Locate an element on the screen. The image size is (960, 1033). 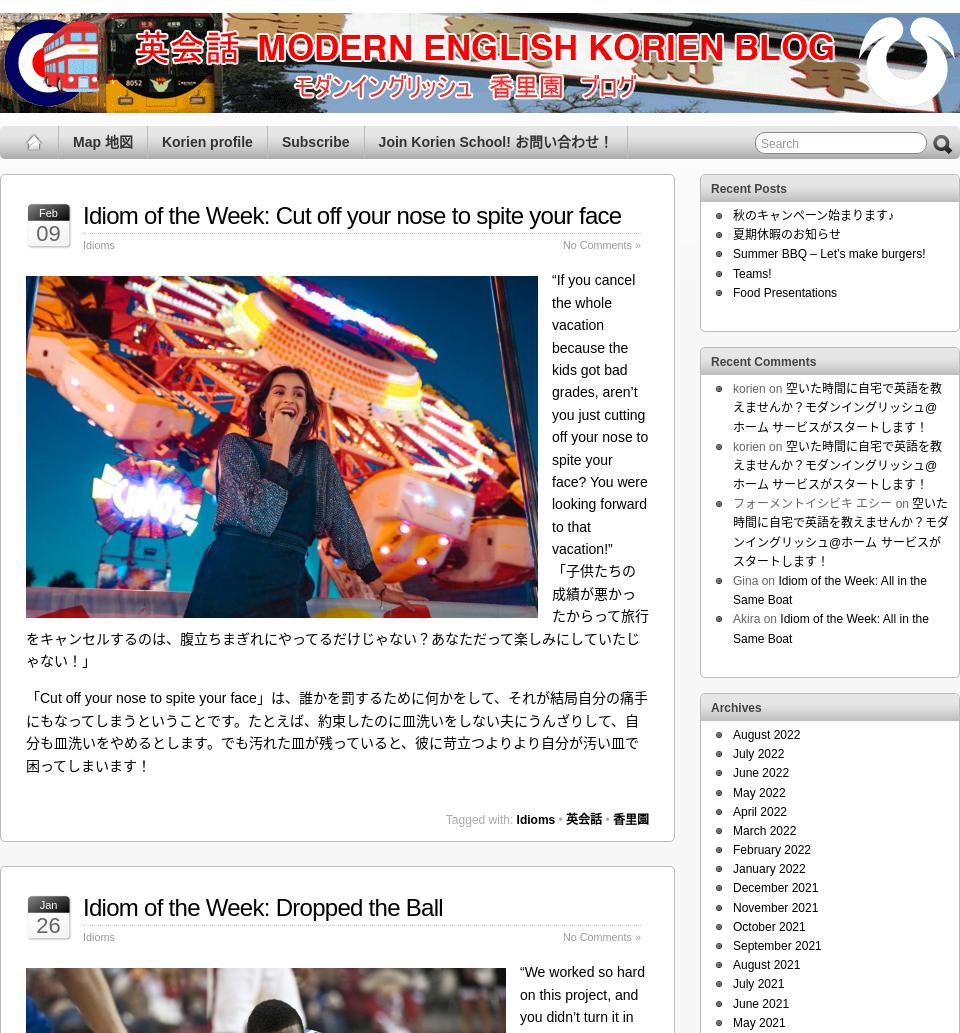
'09' is located at coordinates (47, 232).